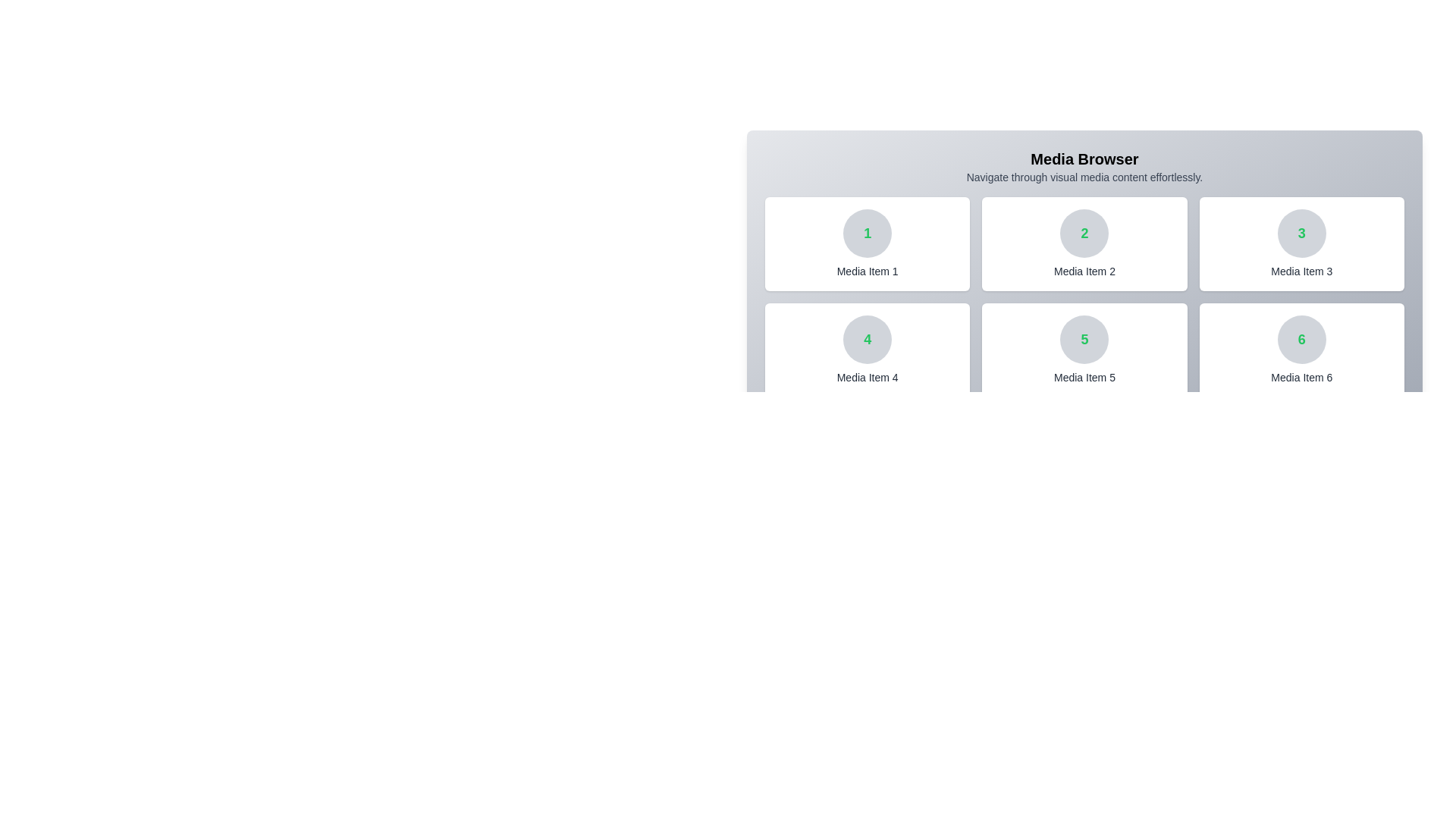 This screenshot has height=819, width=1456. What do you see at coordinates (1084, 350) in the screenshot?
I see `the fifth media item card in the second row of the grid layout to view detailed content` at bounding box center [1084, 350].